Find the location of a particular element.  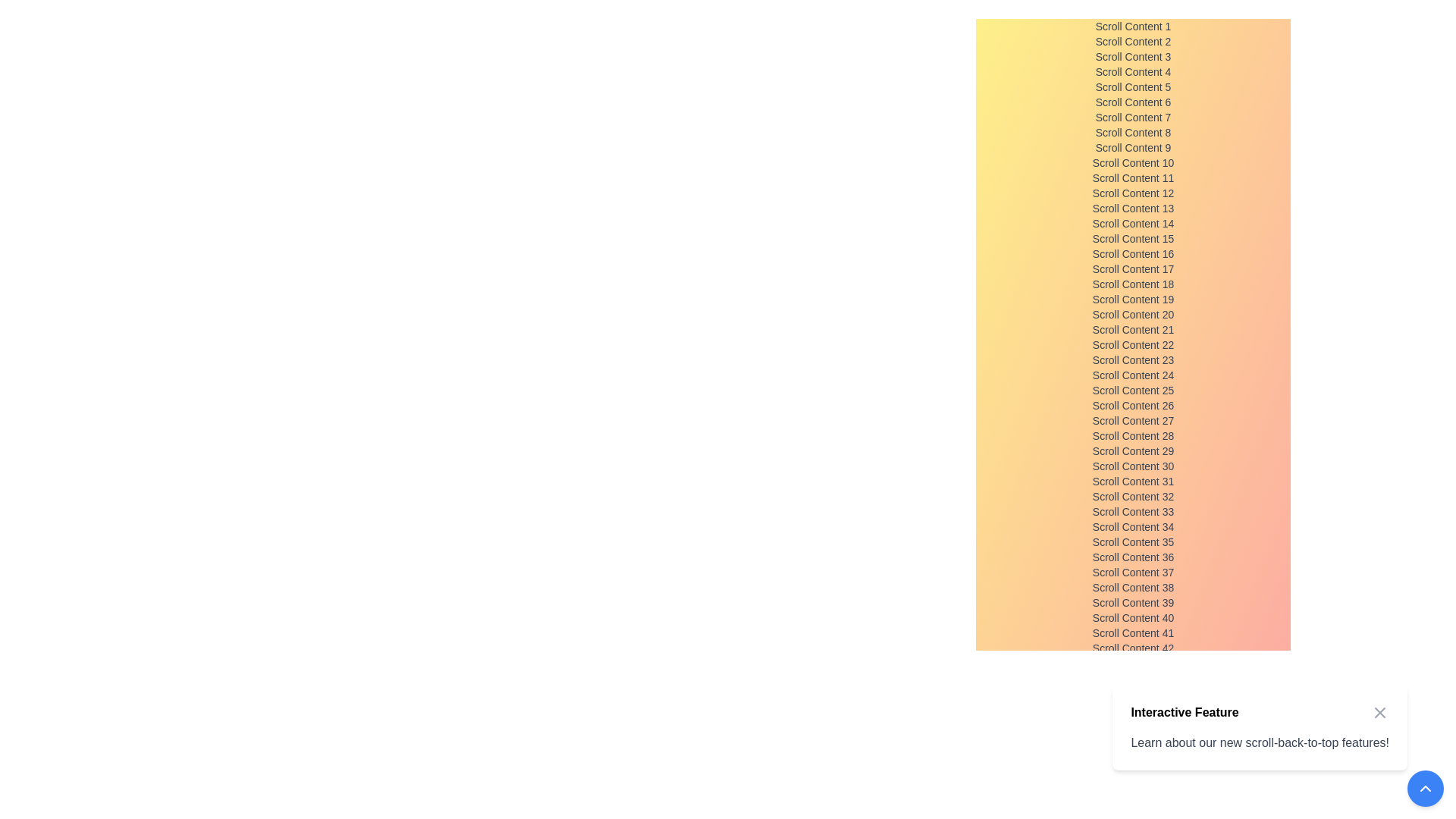

the text label displaying 'Scroll Content 14' which is styled in gray and positioned within a vertical scrollable list is located at coordinates (1133, 223).